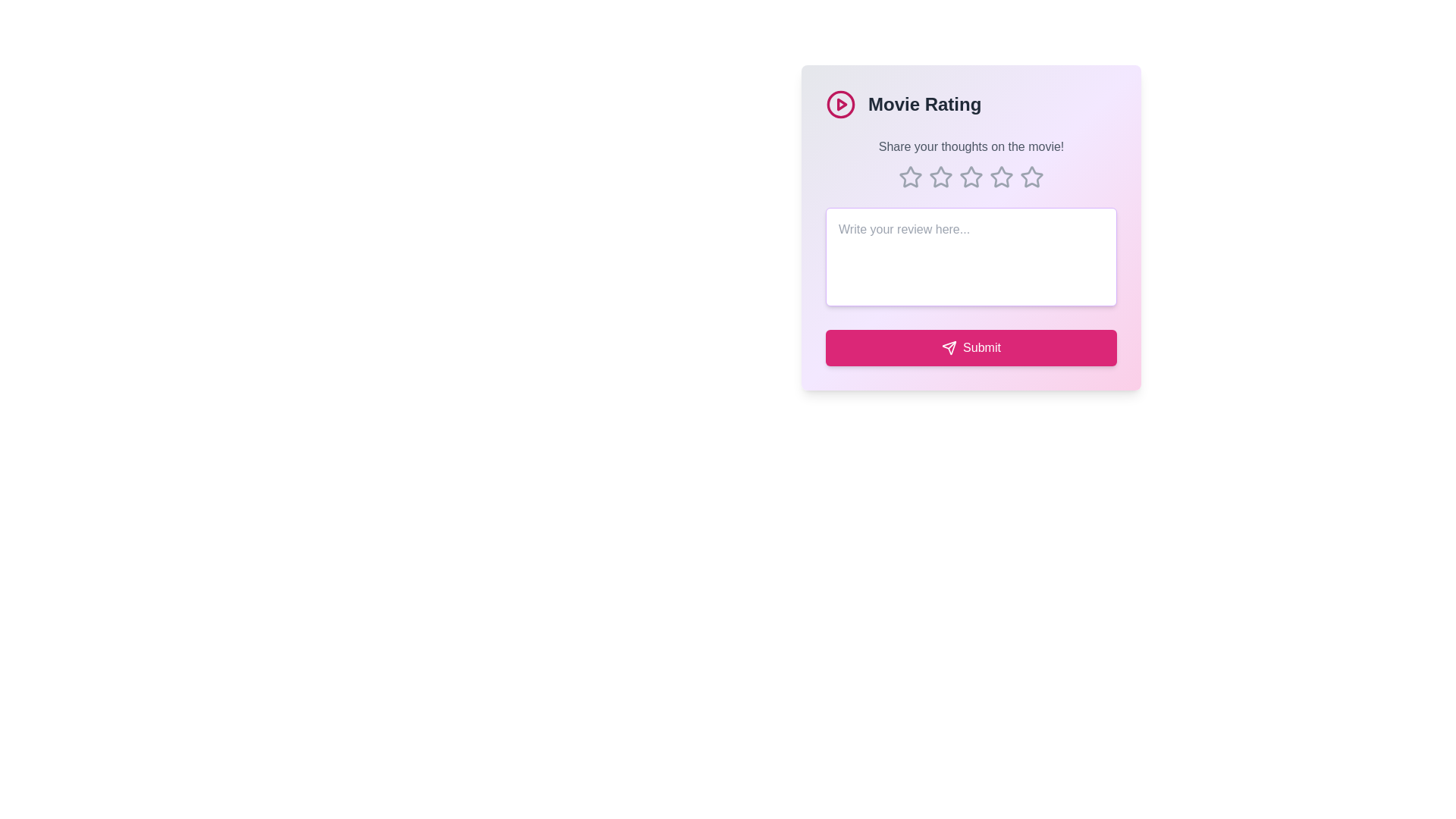 The height and width of the screenshot is (819, 1456). I want to click on the central star icon in the 'Movie Rating' modal to assign a rating of three out of five, so click(971, 177).